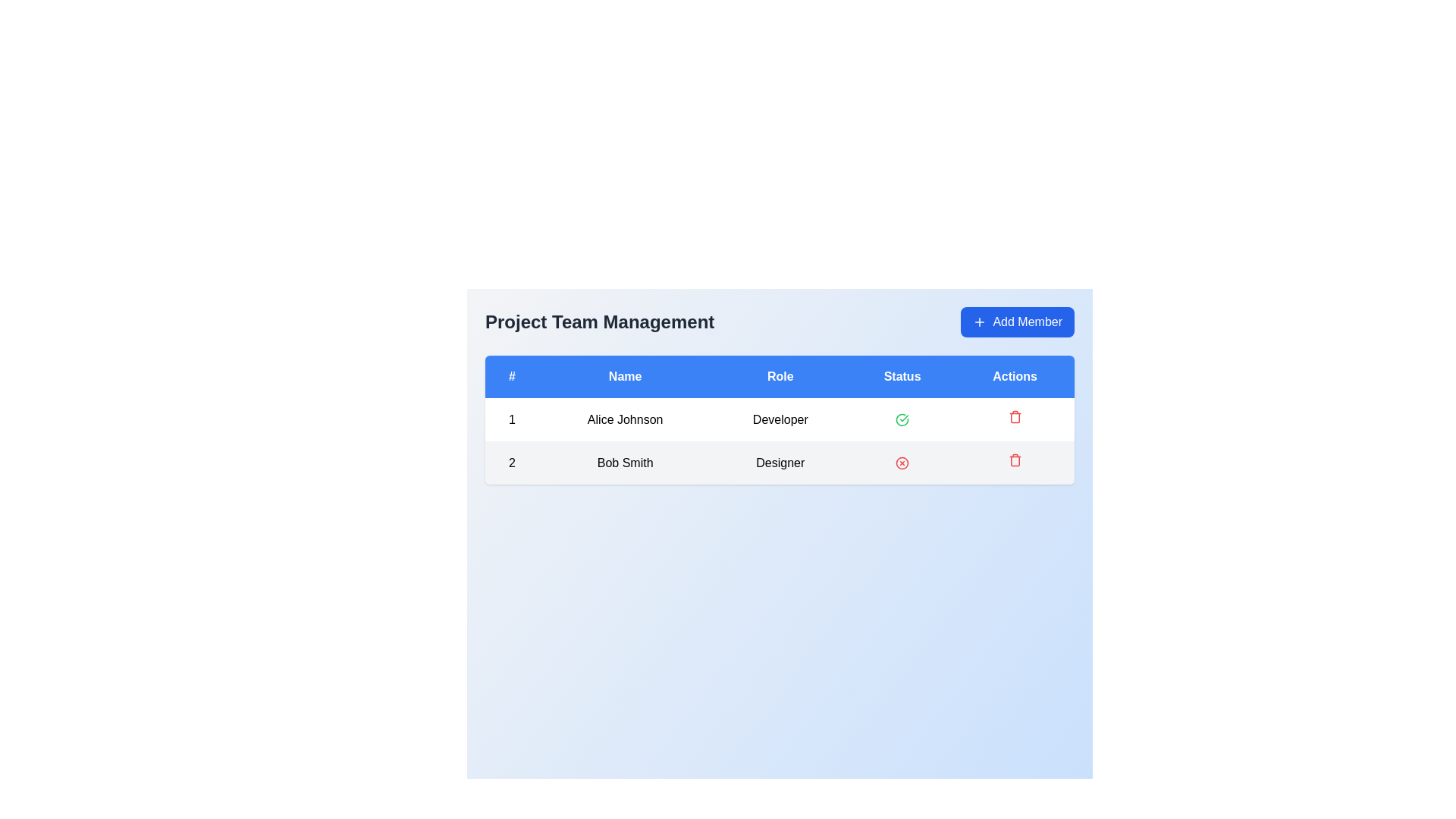  Describe the element at coordinates (780, 376) in the screenshot. I see `the text label displaying 'Role', which is located in the header row of the table, between 'Name' and 'Status'` at that location.